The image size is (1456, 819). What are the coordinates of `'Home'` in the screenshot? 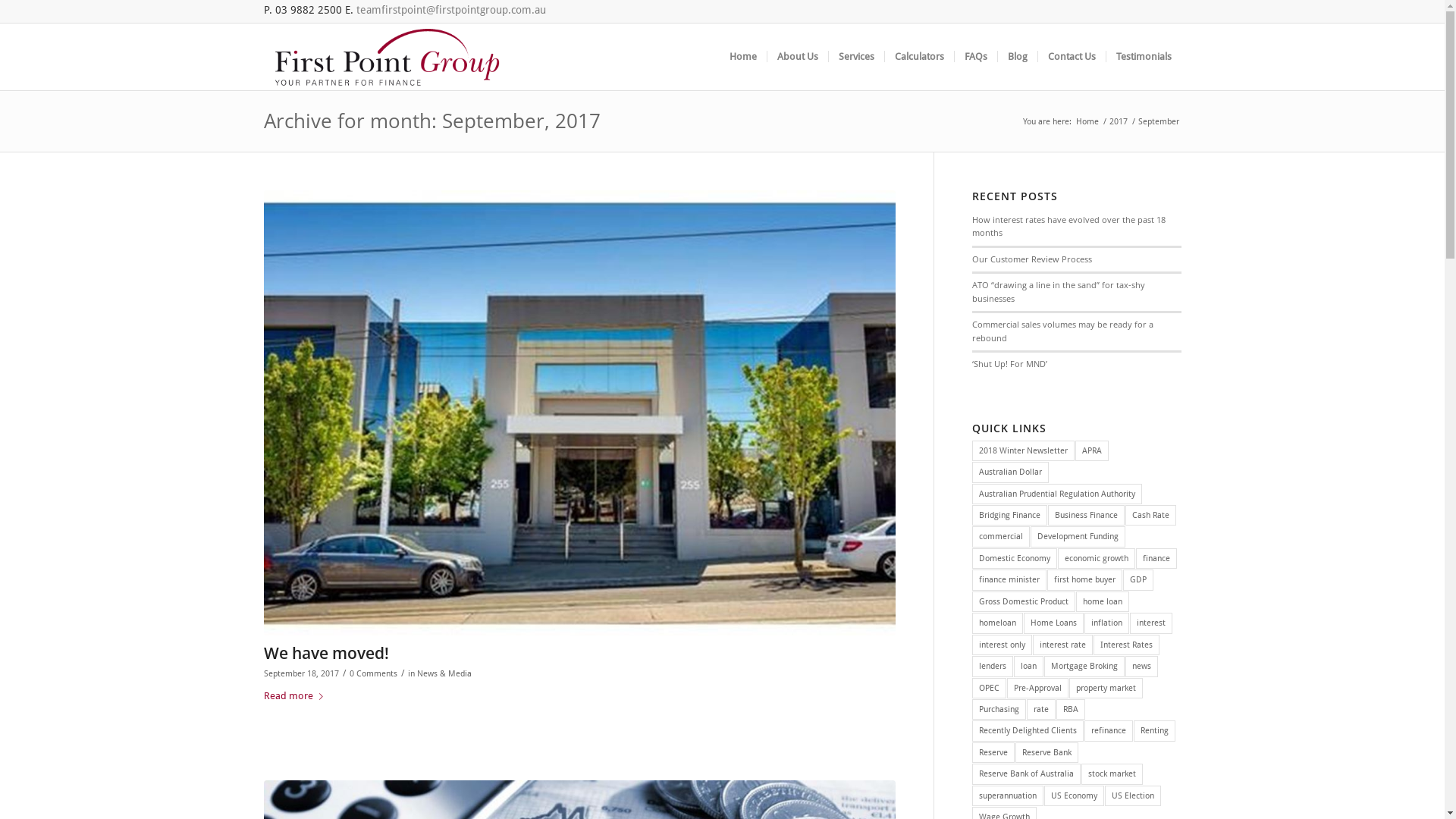 It's located at (1087, 121).